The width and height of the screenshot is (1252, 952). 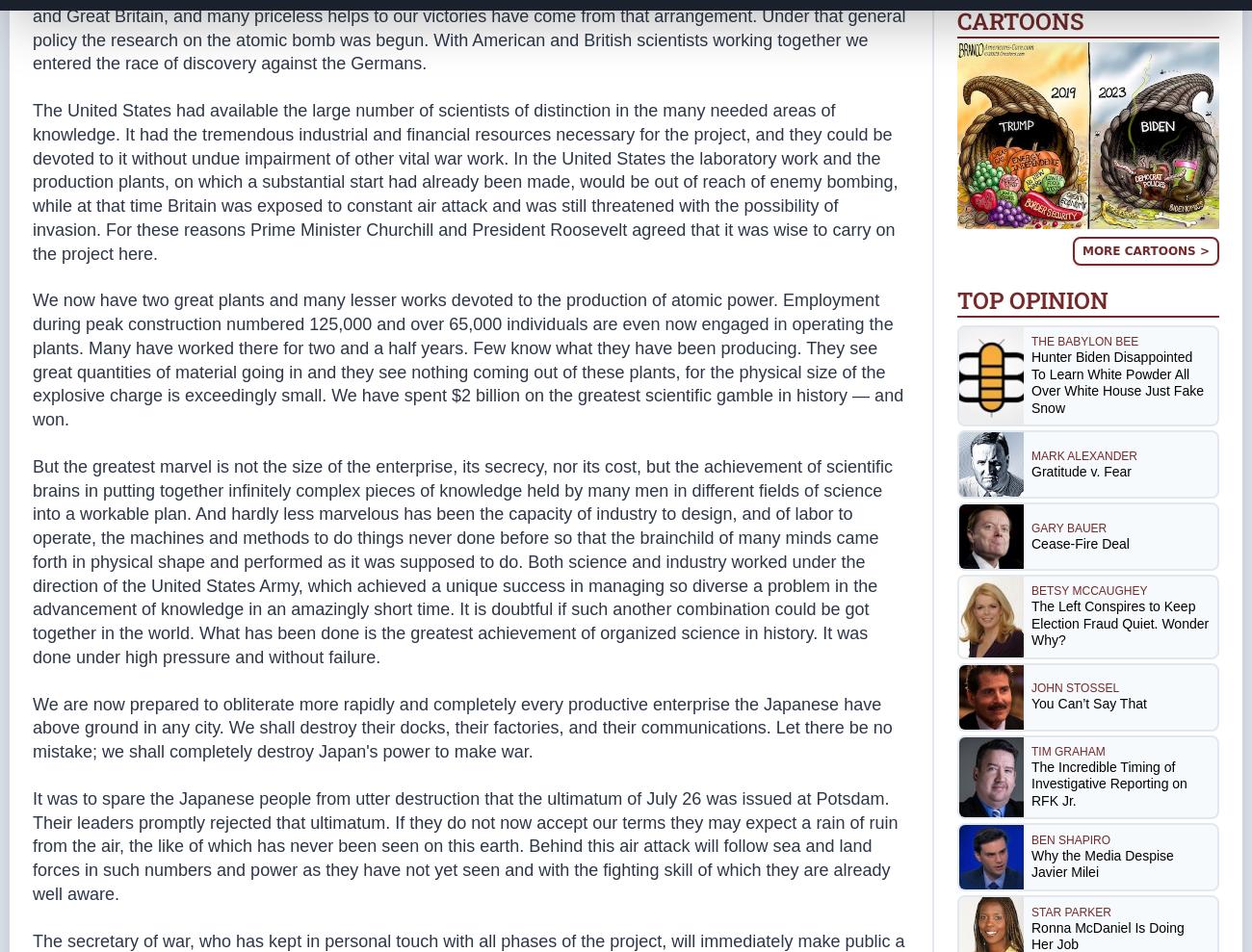 I want to click on 'It was to spare the Japanese people from utter destruction that the ultimatum of July 26 was issued at Potsdam. Their leaders promptly rejected that ultimatum. If they do not now accept our terms they may expect a rain of ruin from the air, the like of which has never been seen on this earth. Behind this air attack will follow sea and land forces in such numbers and power as they have not yet seen and with the fighting skill of which they are already well aware.', so click(x=463, y=845).